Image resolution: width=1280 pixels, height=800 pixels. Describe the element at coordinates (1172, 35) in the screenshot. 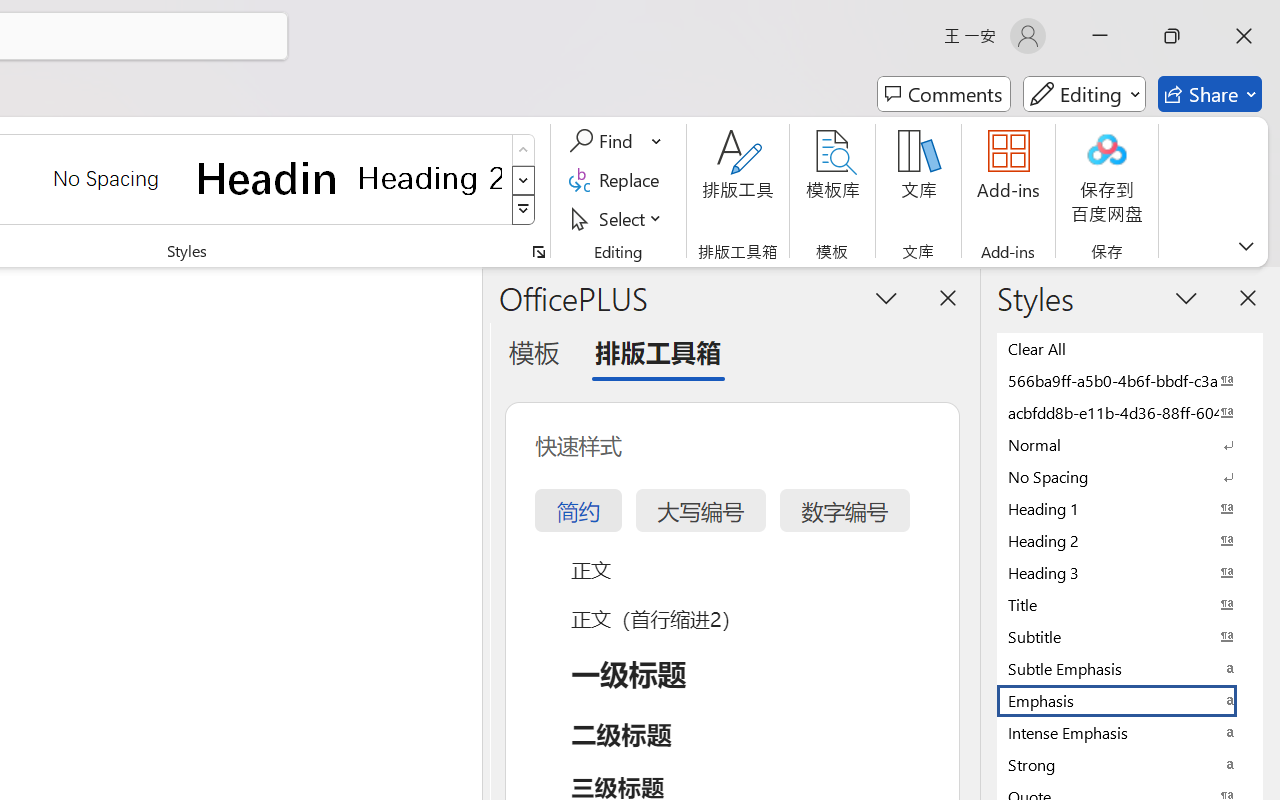

I see `'Restore Down'` at that location.